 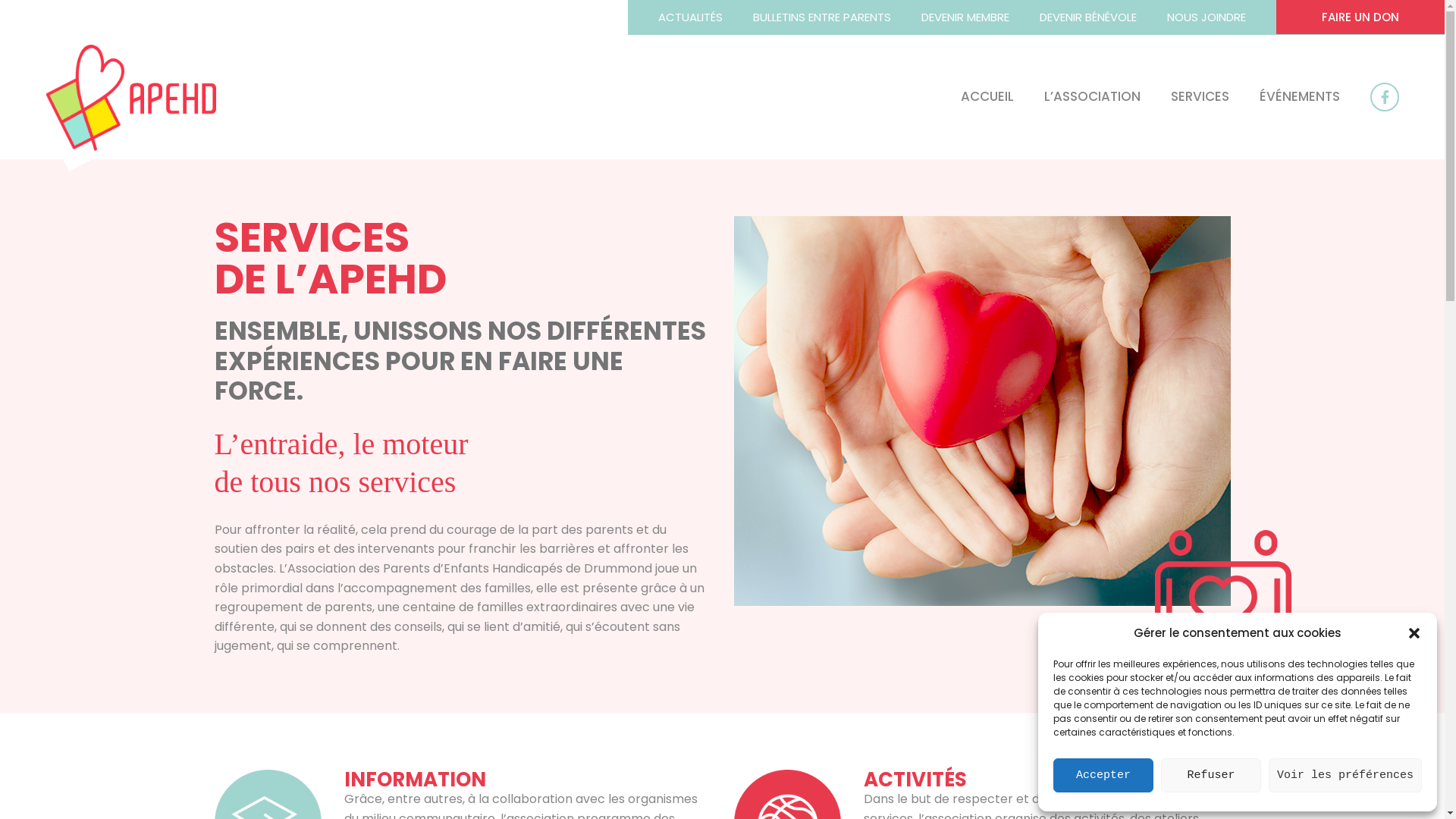 I want to click on 'DEVENIR MEMBRE', so click(x=964, y=17).